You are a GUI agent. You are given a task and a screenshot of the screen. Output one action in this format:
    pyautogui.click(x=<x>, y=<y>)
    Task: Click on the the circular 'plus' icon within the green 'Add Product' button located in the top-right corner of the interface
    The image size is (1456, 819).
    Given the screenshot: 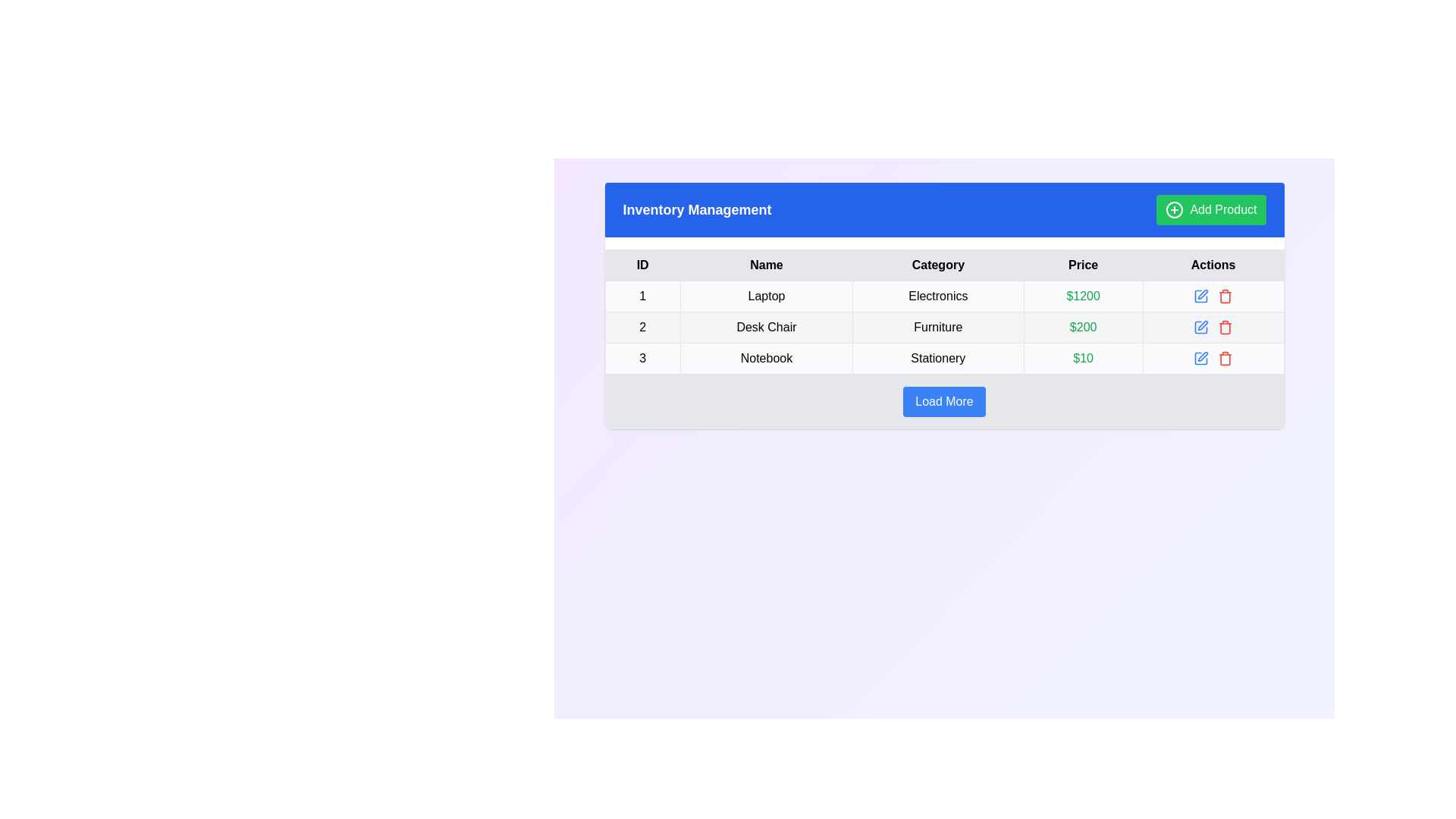 What is the action you would take?
    pyautogui.click(x=1174, y=210)
    